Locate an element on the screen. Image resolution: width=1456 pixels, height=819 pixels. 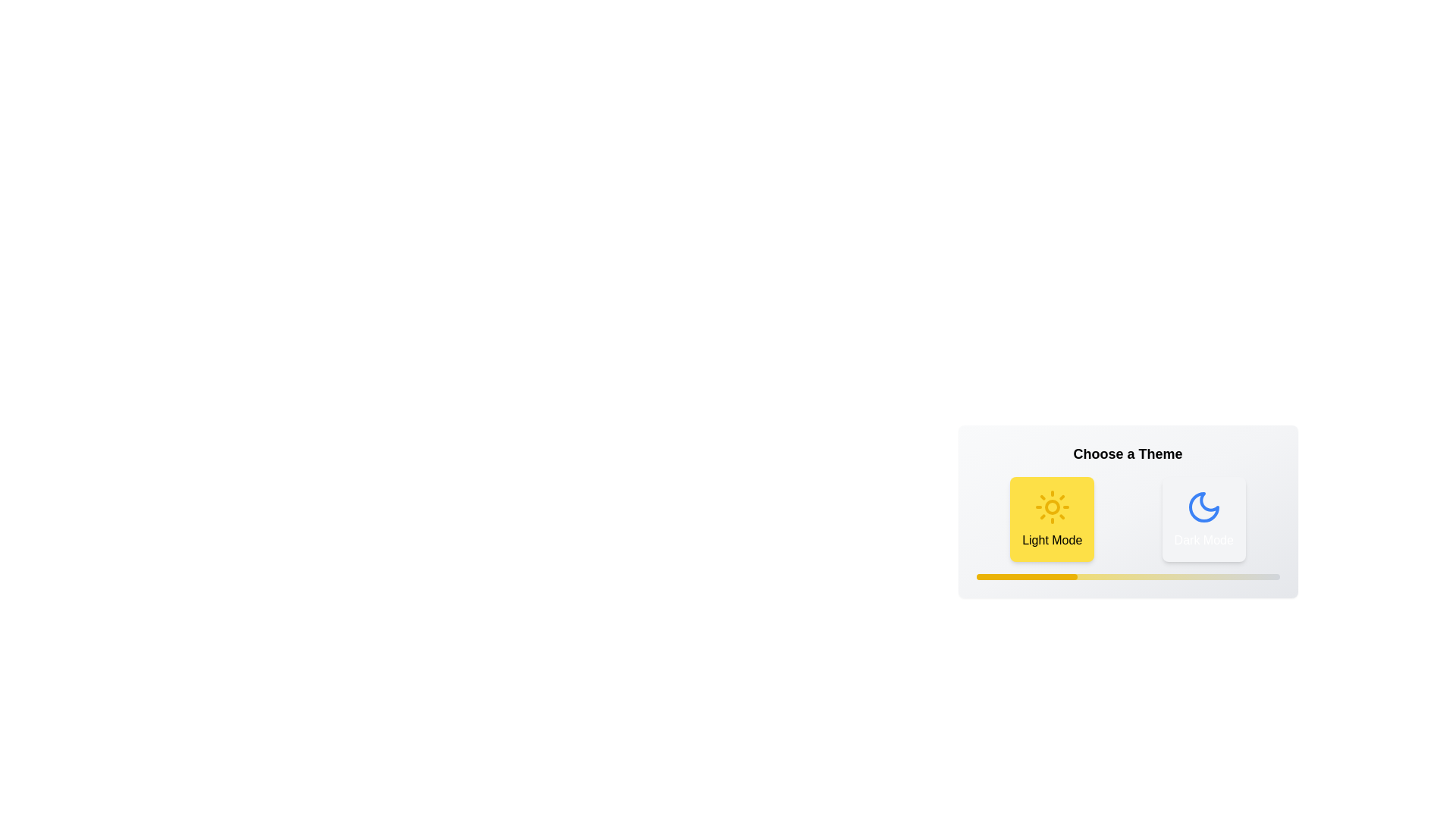
the 'Light Mode' button is located at coordinates (1051, 519).